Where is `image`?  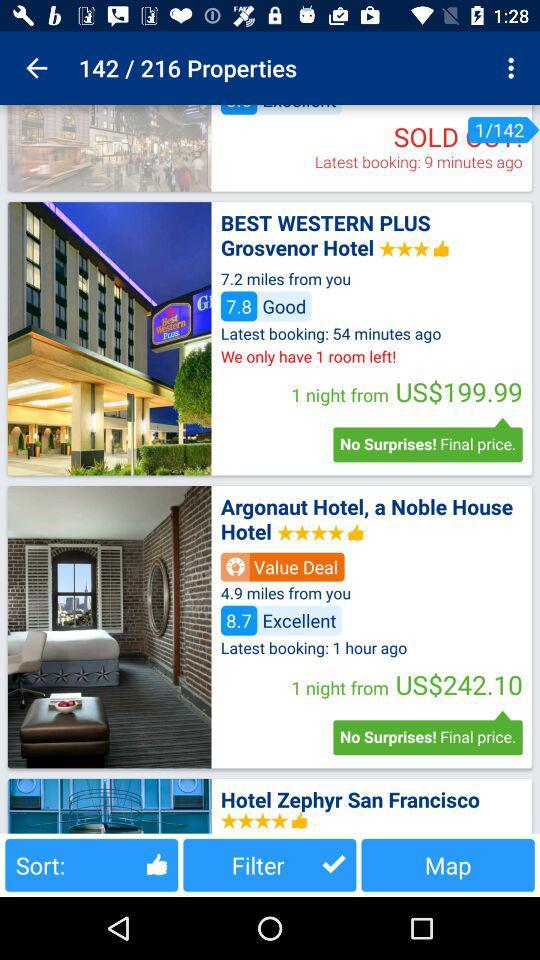 image is located at coordinates (109, 147).